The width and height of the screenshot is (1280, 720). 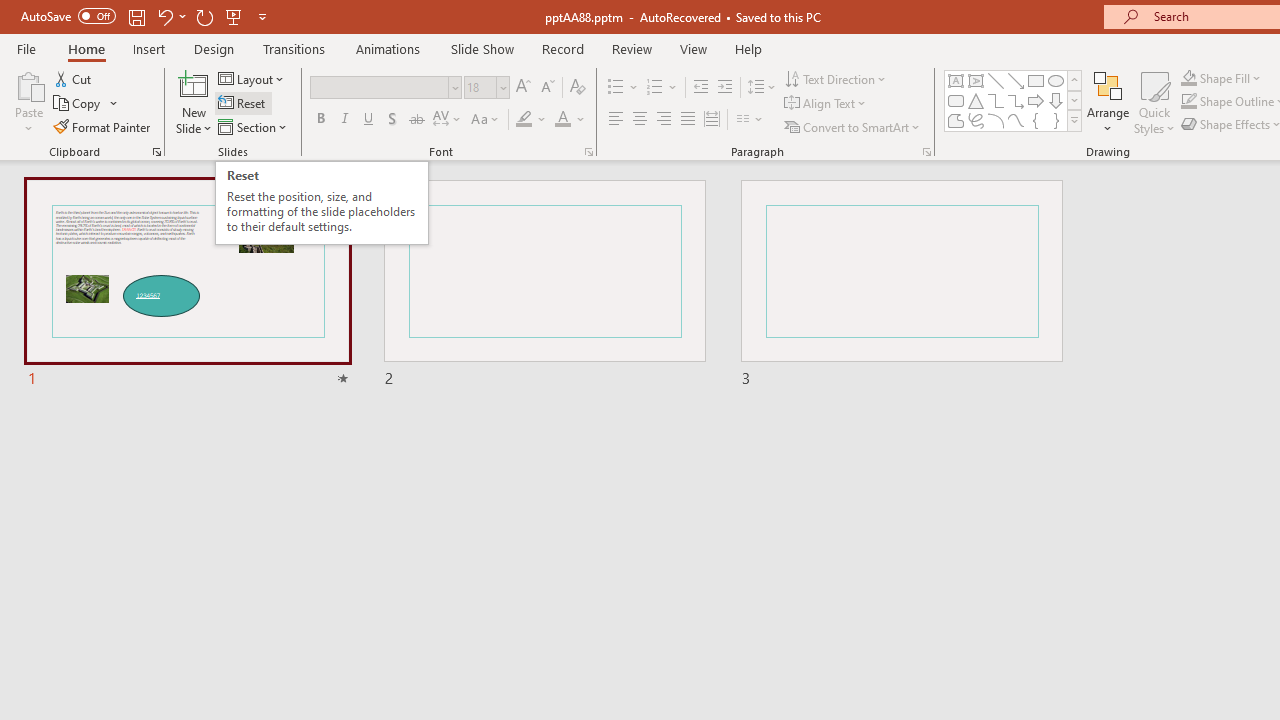 I want to click on 'Shape Outline Teal, Accent 1', so click(x=1189, y=101).